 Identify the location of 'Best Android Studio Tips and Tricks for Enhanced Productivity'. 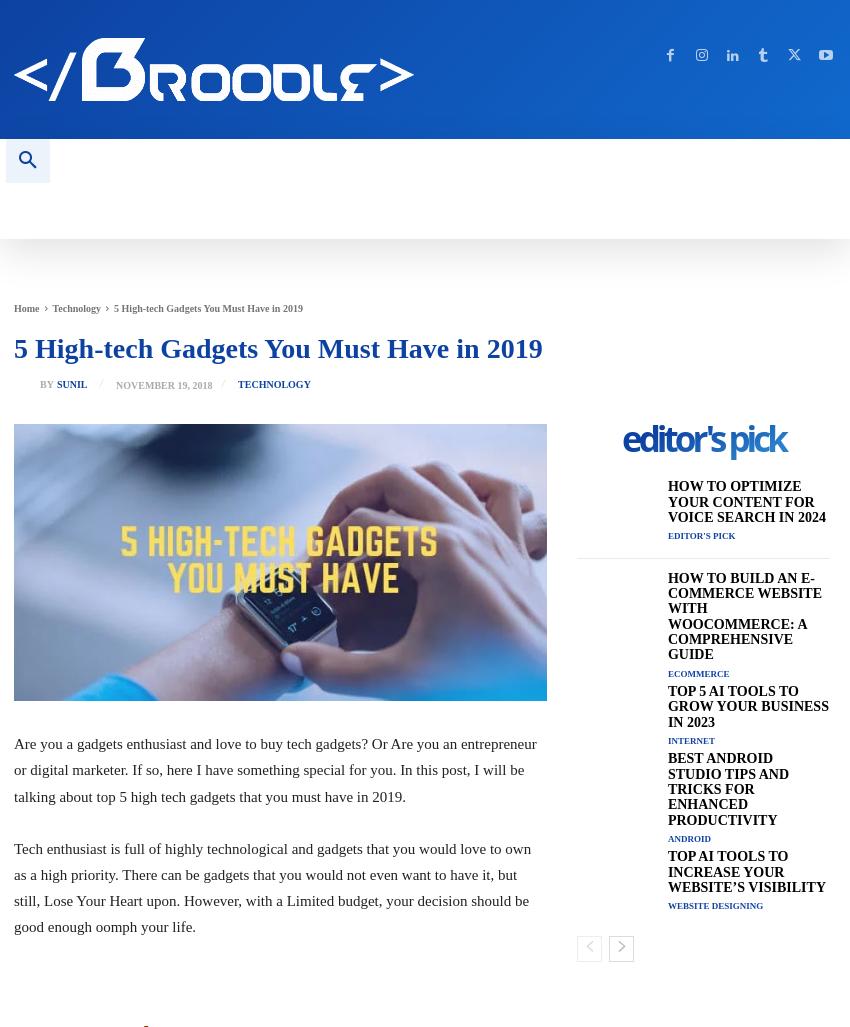
(728, 788).